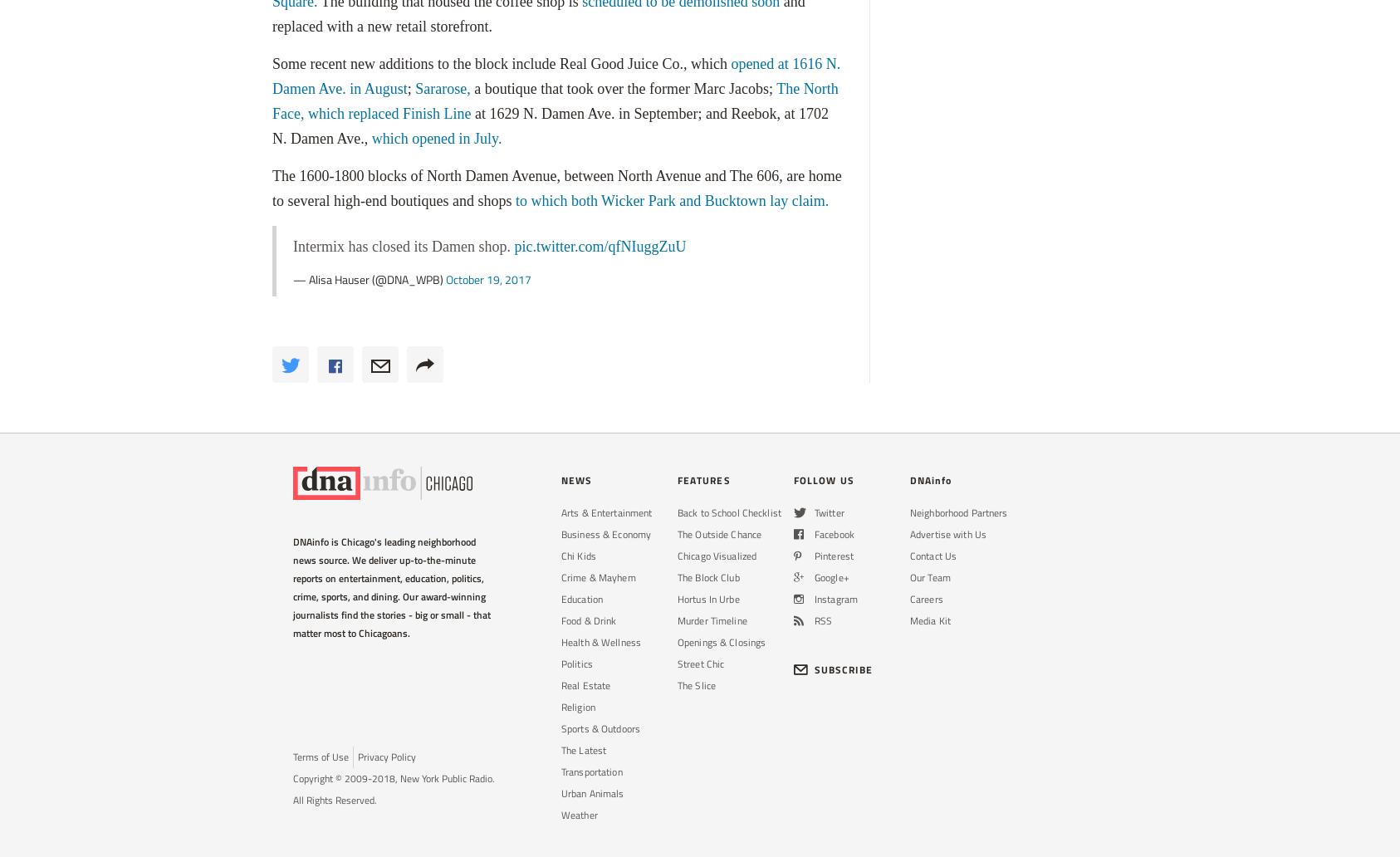 The image size is (1400, 857). I want to click on 'Health & Wellness', so click(600, 641).